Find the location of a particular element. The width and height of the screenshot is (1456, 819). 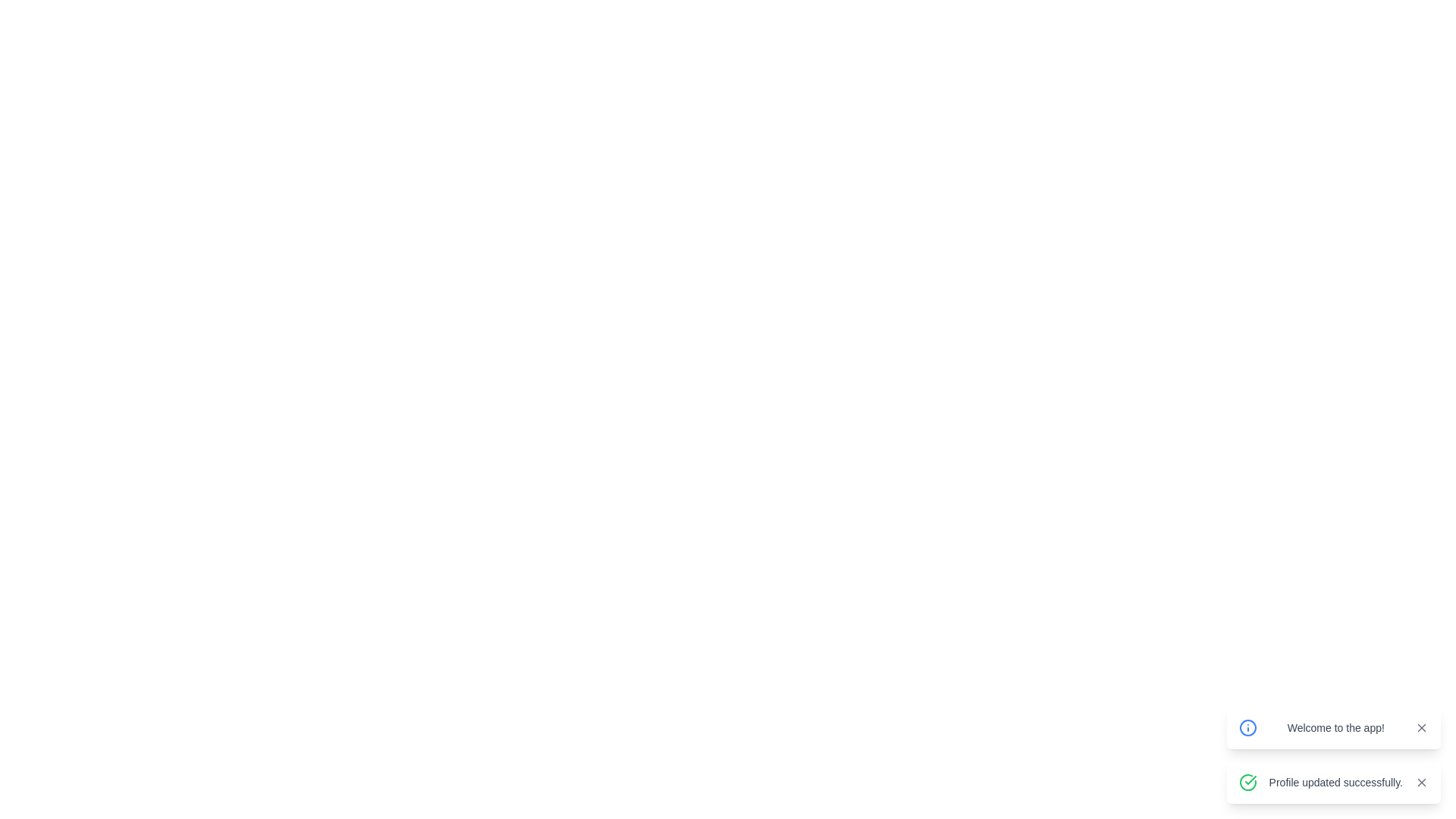

the close button located at the top-right corner of the notification message that reads 'Welcome to the app!' is located at coordinates (1421, 727).